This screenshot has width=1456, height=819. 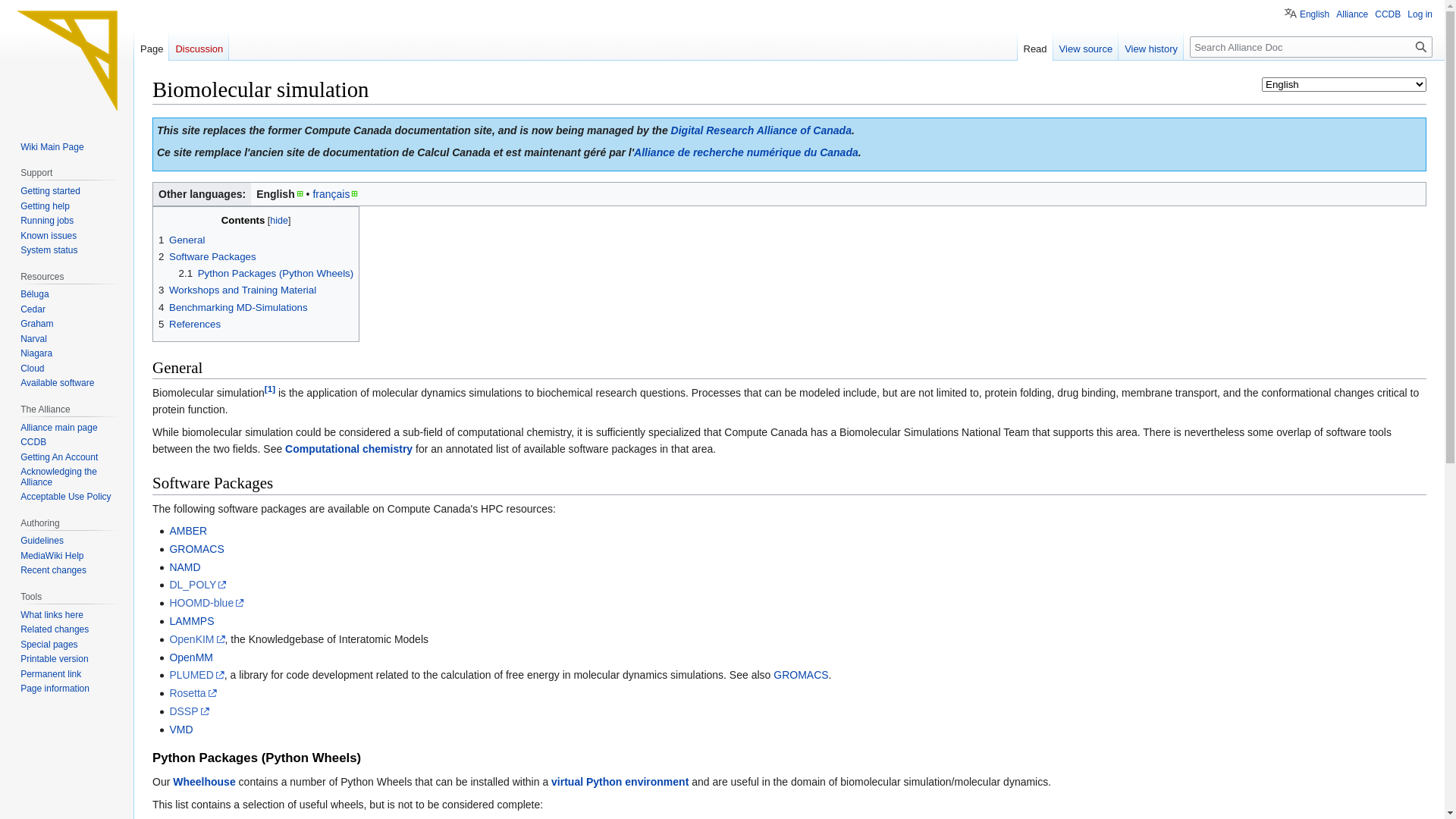 I want to click on 'Narval', so click(x=33, y=338).